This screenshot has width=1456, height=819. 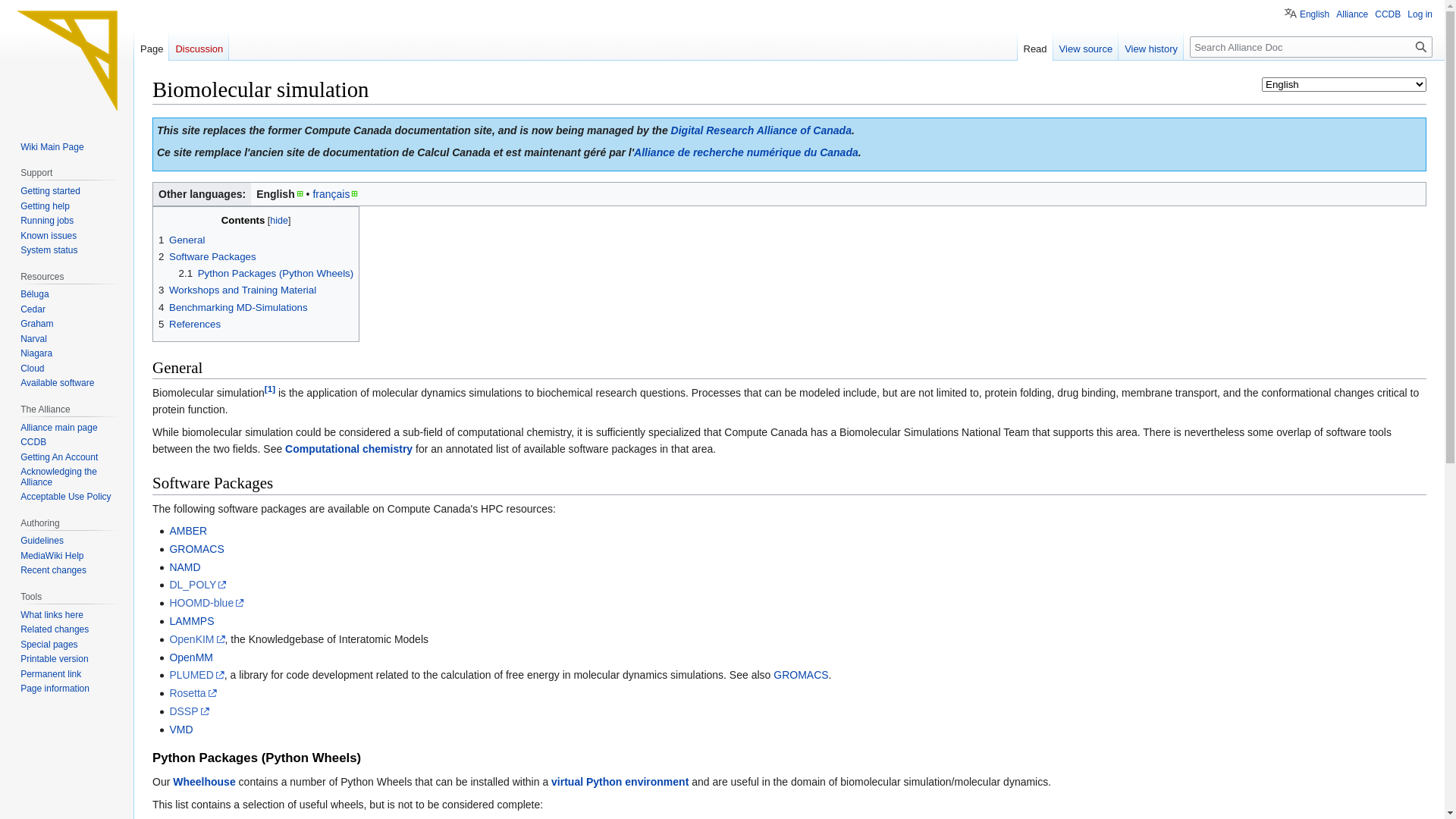 I want to click on 'Narval', so click(x=33, y=338).